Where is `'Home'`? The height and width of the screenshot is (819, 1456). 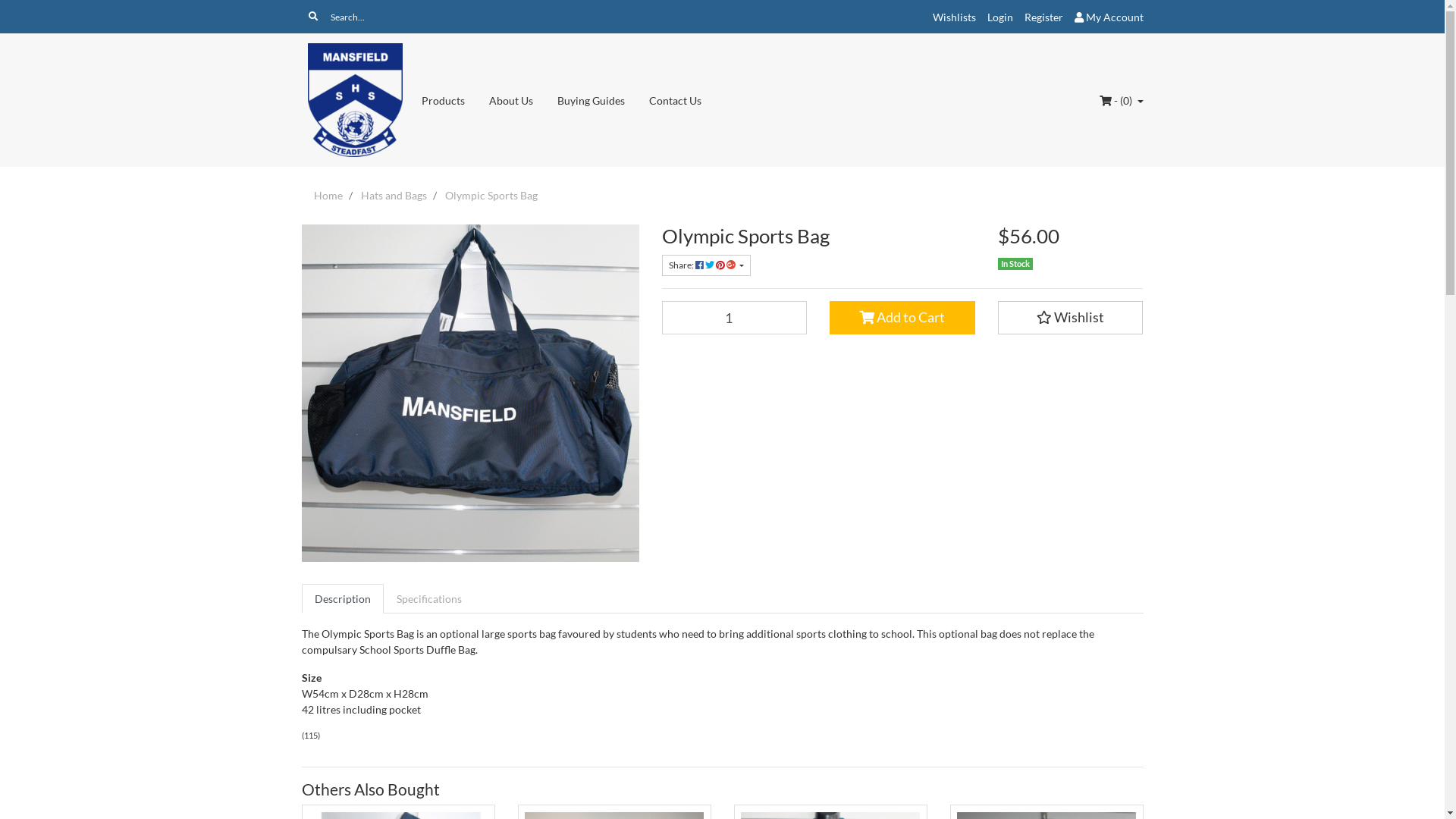 'Home' is located at coordinates (327, 194).